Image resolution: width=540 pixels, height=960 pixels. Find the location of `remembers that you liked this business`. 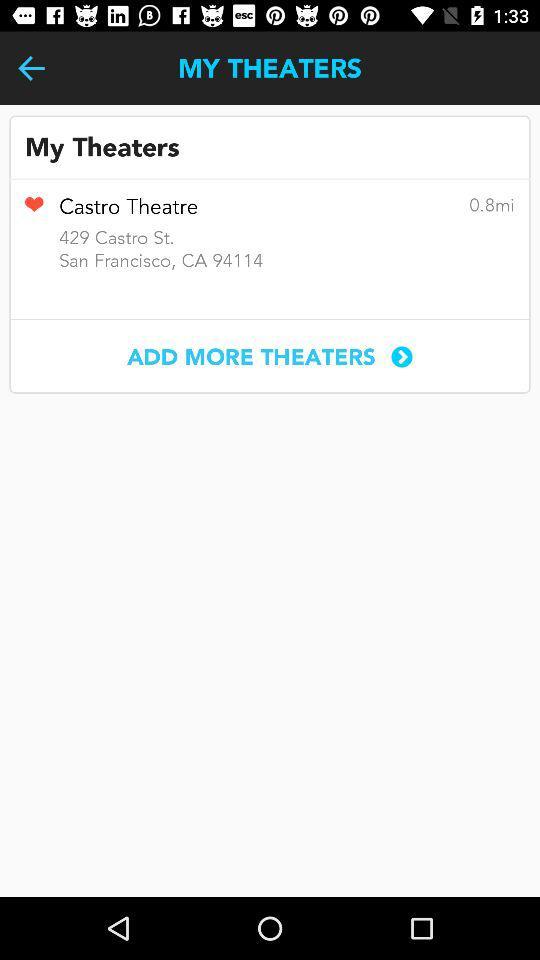

remembers that you liked this business is located at coordinates (33, 211).